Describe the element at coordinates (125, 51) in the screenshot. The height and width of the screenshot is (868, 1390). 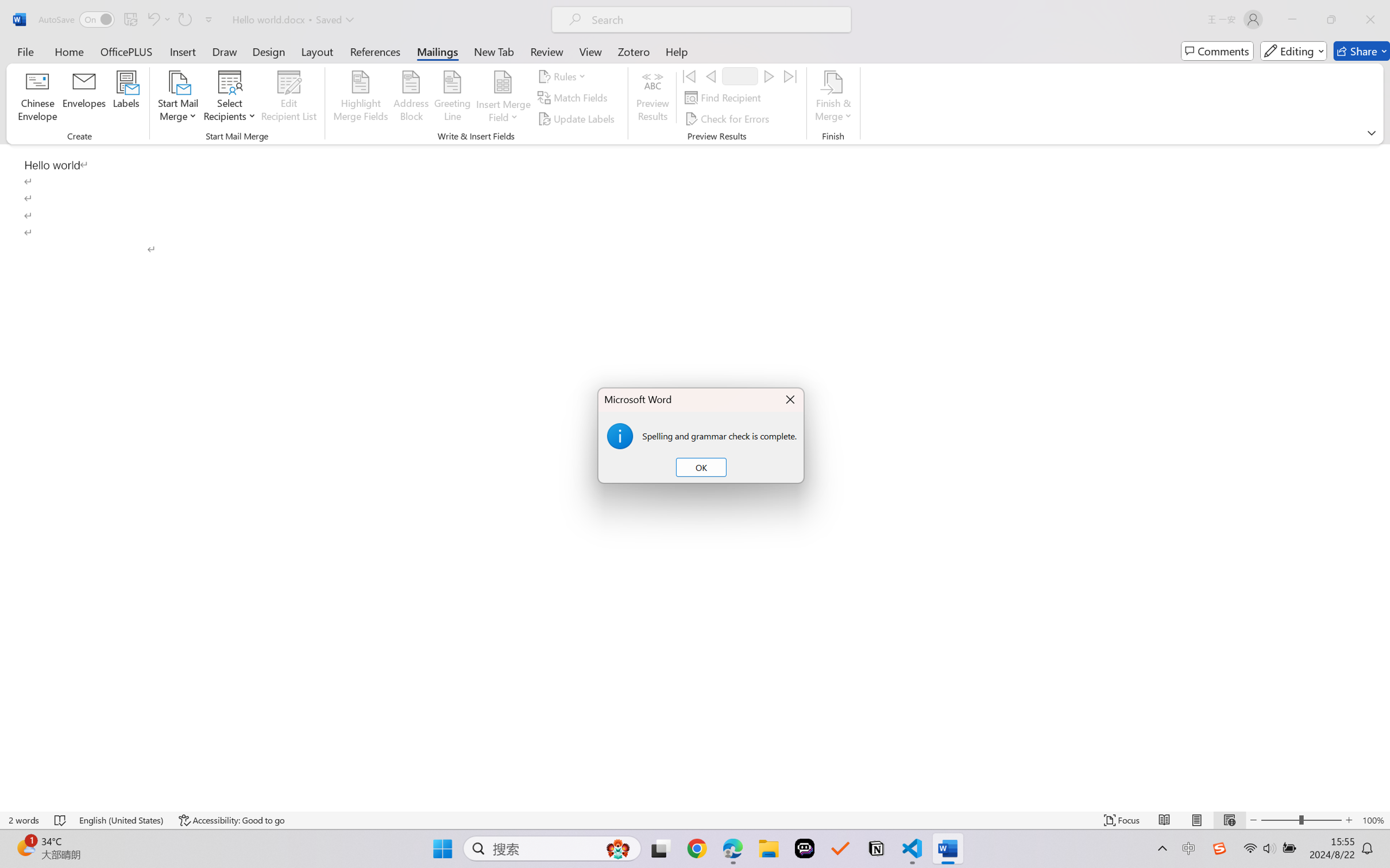
I see `'OfficePLUS'` at that location.